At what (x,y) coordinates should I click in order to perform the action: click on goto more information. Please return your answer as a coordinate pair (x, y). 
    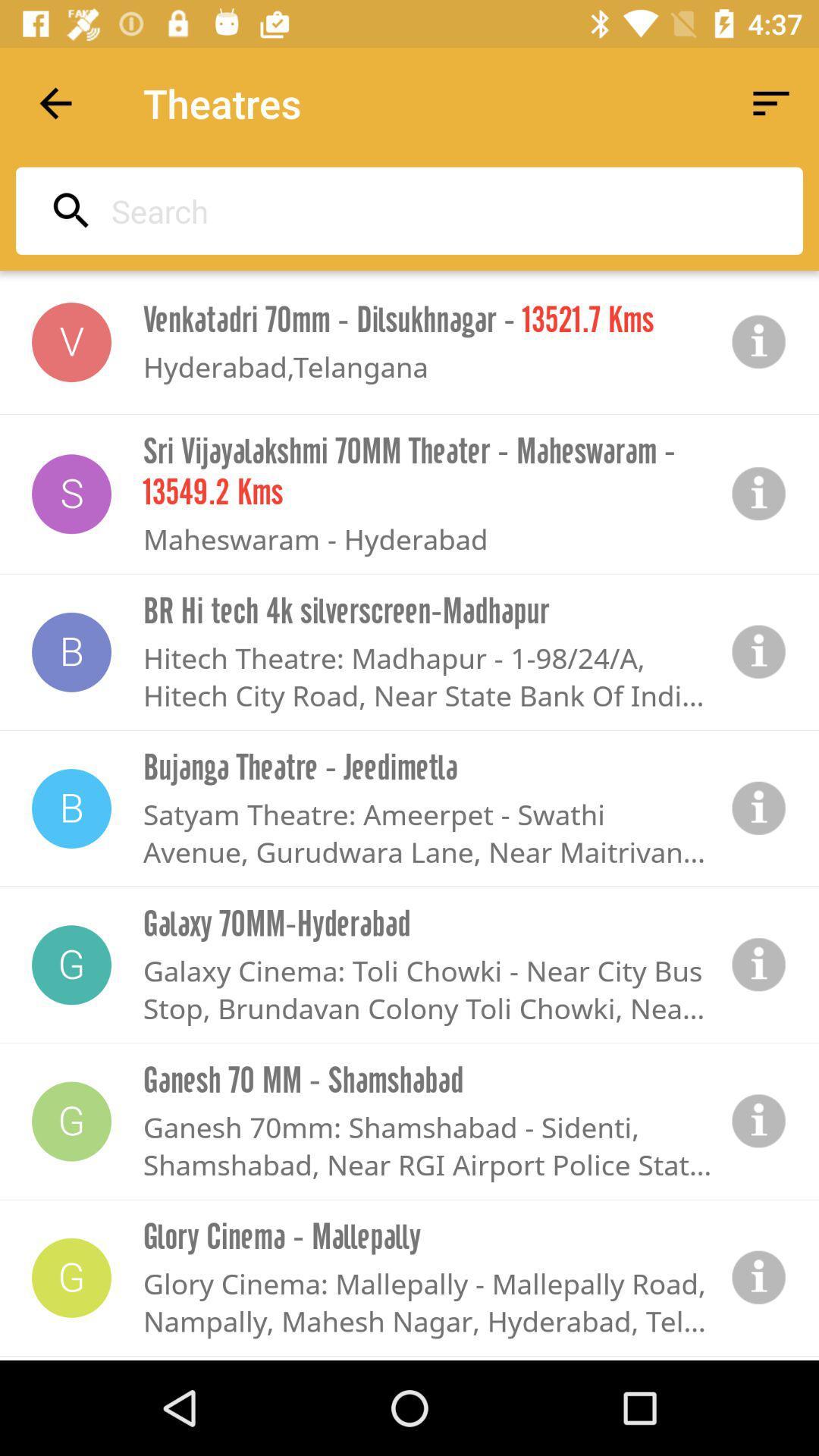
    Looking at the image, I should click on (759, 341).